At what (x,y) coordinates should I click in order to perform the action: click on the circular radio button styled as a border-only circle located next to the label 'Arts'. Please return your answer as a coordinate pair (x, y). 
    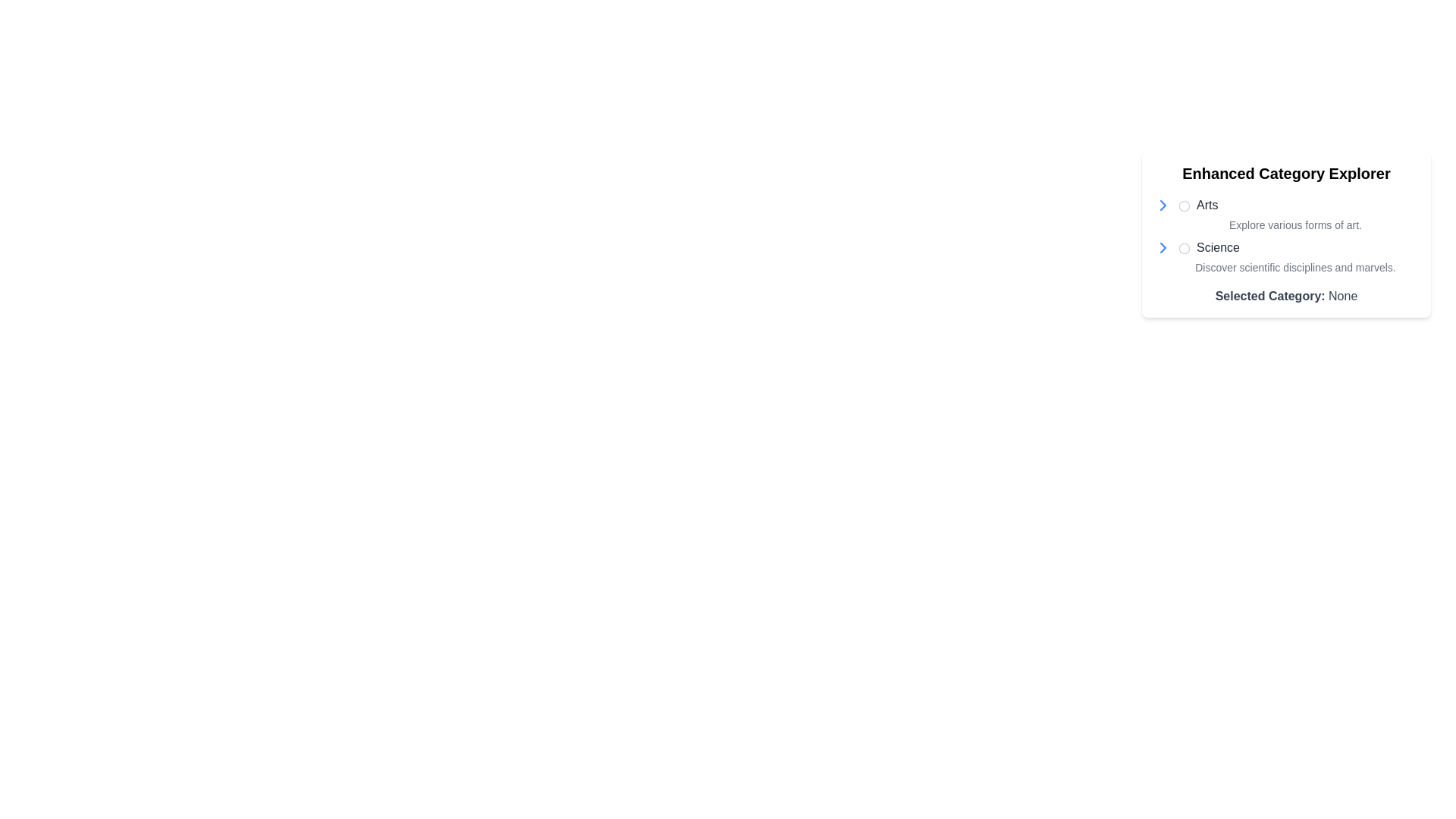
    Looking at the image, I should click on (1183, 205).